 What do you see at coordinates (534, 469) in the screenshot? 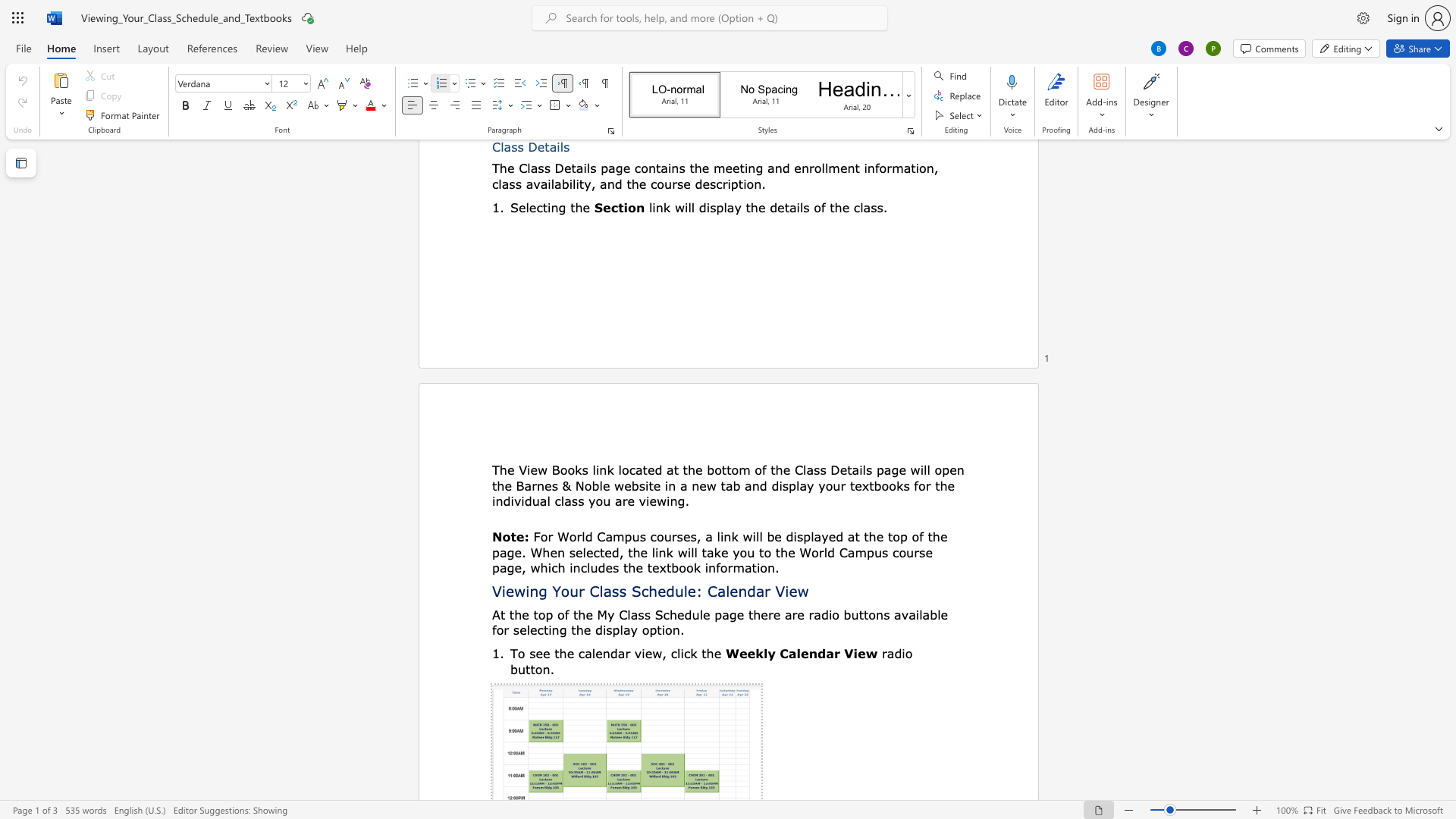
I see `the 2th character "e" in the text` at bounding box center [534, 469].